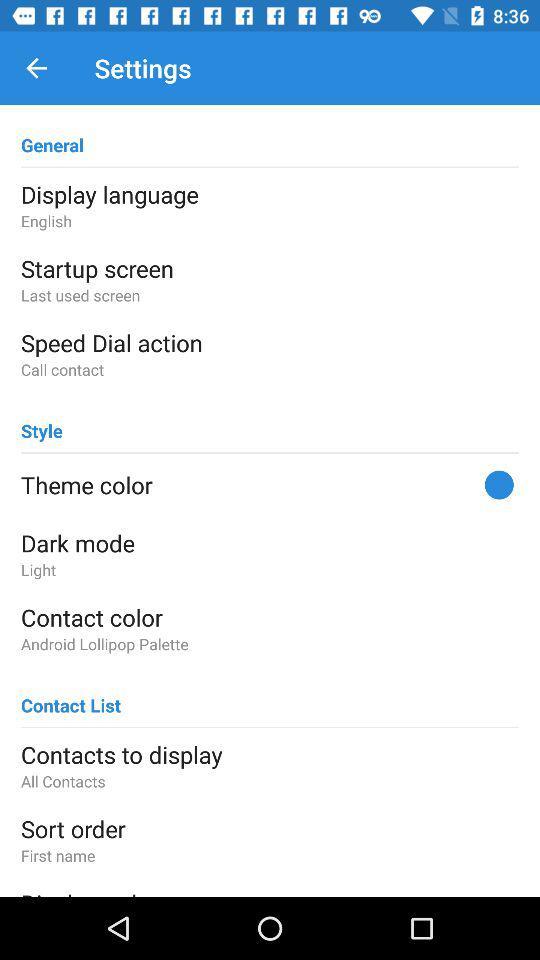 This screenshot has width=540, height=960. Describe the element at coordinates (270, 569) in the screenshot. I see `icon above the contact color item` at that location.